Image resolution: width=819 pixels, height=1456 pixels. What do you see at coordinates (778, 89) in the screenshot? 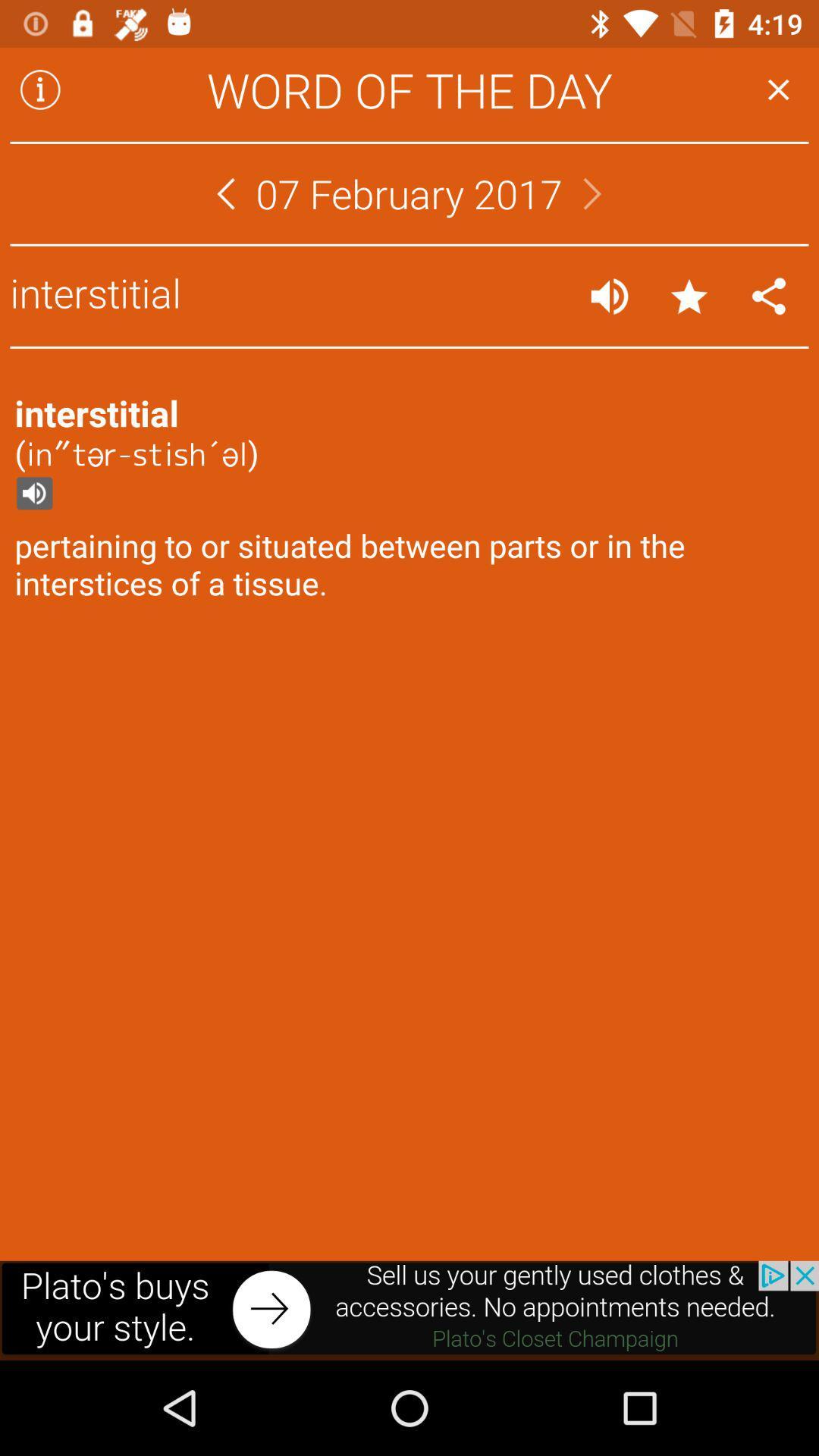
I see `exit word of the day` at bounding box center [778, 89].